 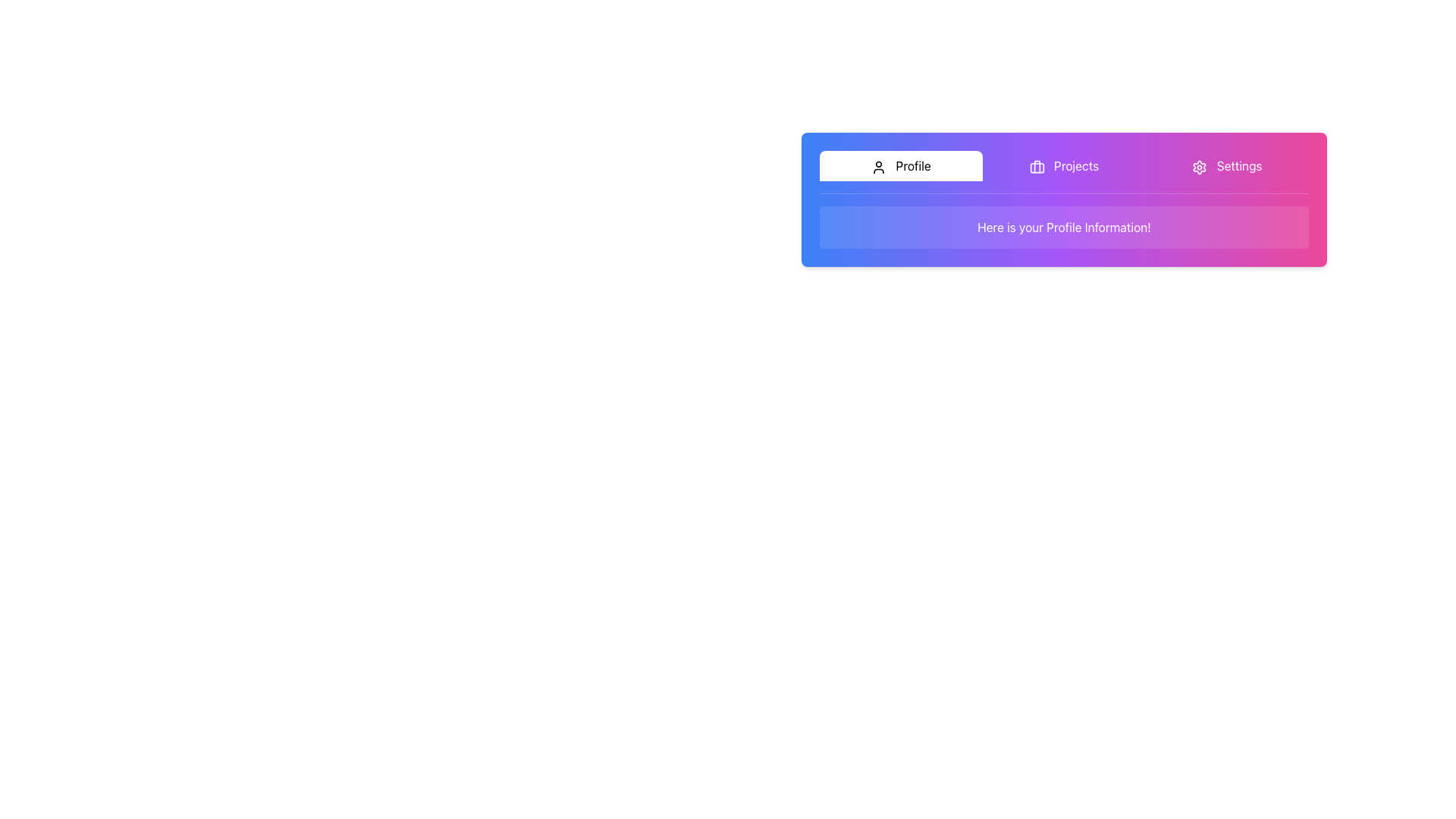 I want to click on the settings icon, which is a gear-shaped icon with a pinkish gradient located at the top-right corner of the interface in the navigation bar, so click(x=1199, y=167).